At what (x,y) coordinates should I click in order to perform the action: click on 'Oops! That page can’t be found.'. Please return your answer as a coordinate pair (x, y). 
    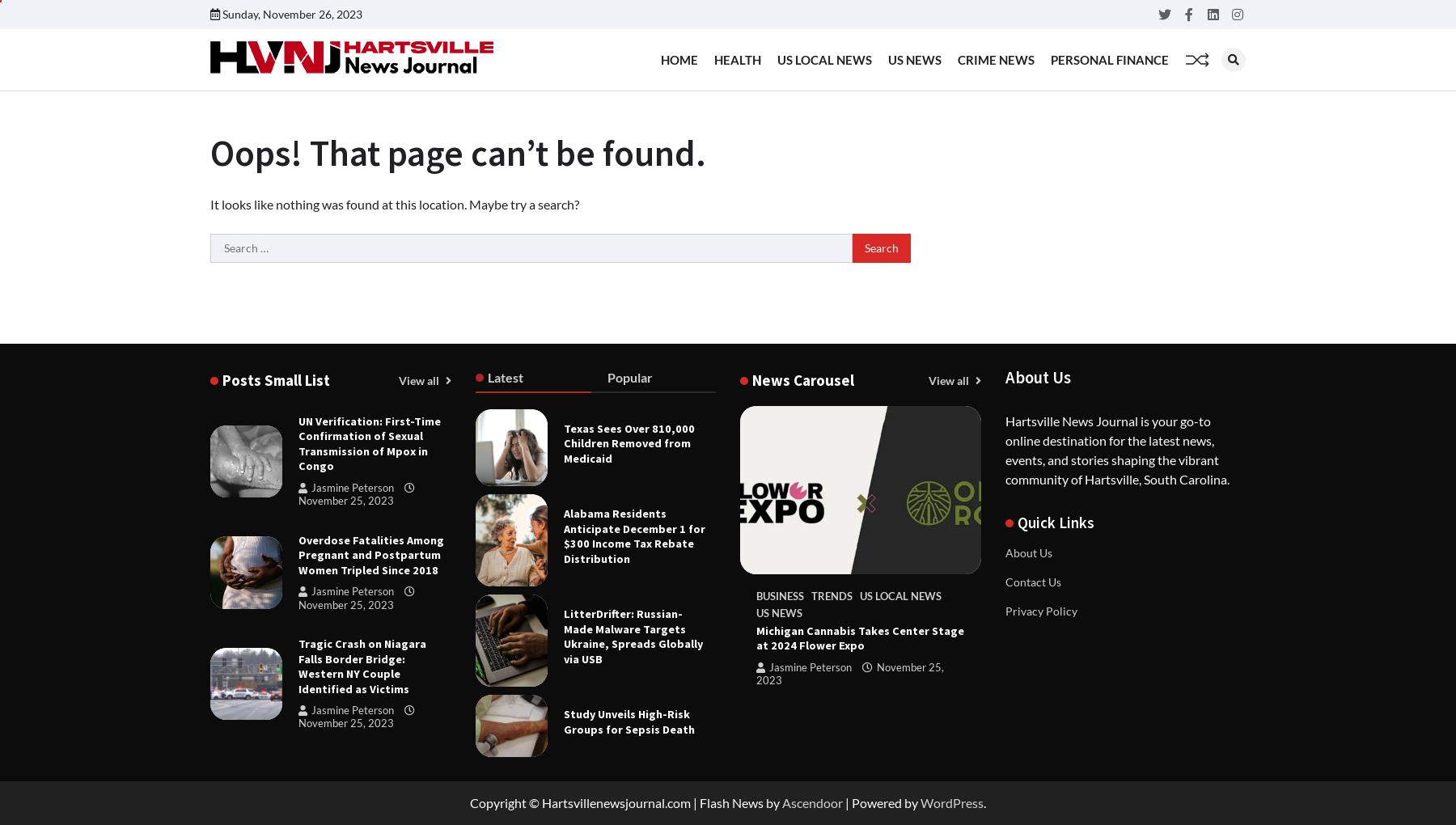
    Looking at the image, I should click on (209, 152).